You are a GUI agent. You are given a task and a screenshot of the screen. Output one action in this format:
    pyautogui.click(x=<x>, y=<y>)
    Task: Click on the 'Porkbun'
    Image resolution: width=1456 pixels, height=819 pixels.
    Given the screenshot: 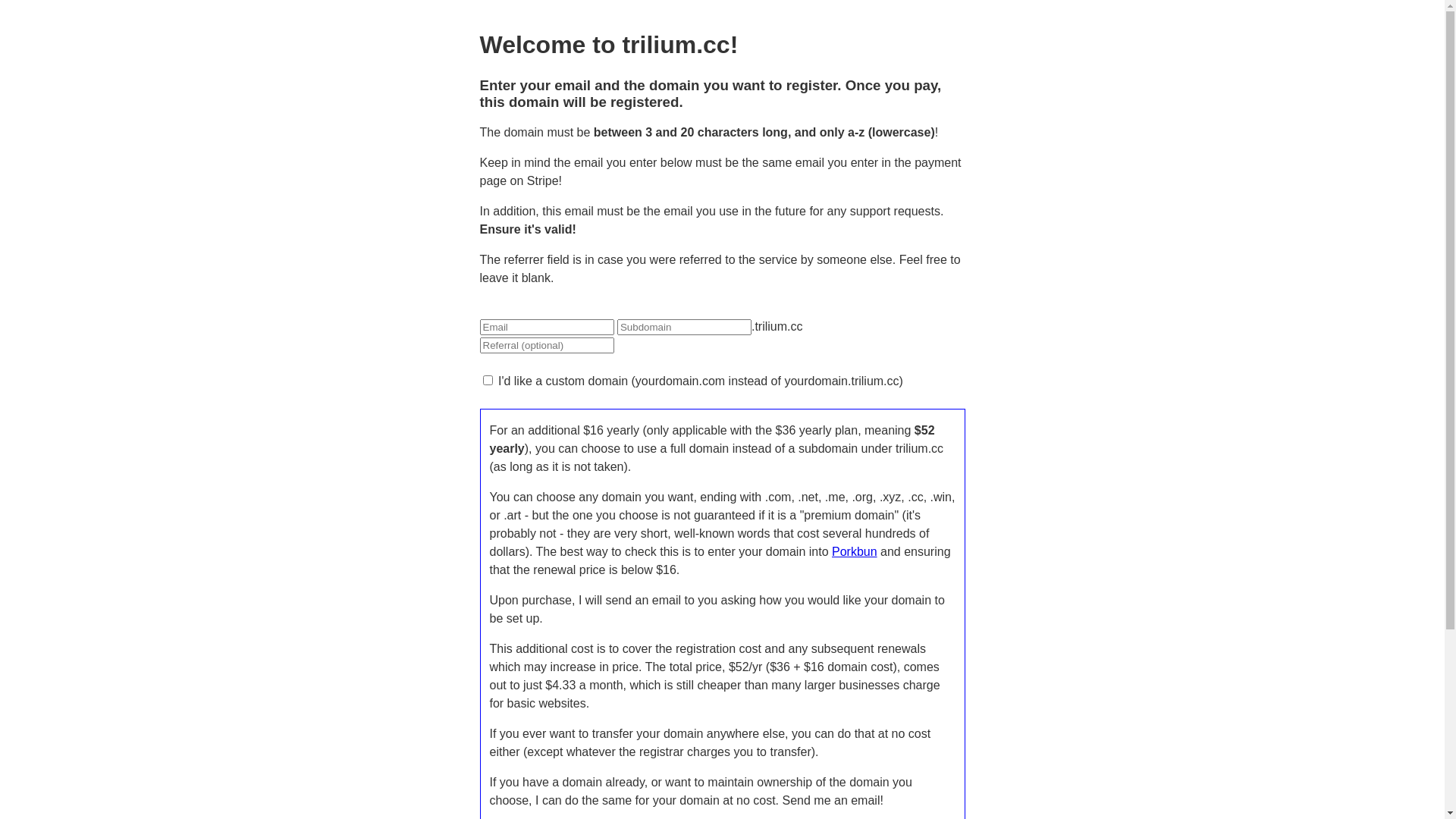 What is the action you would take?
    pyautogui.click(x=855, y=551)
    